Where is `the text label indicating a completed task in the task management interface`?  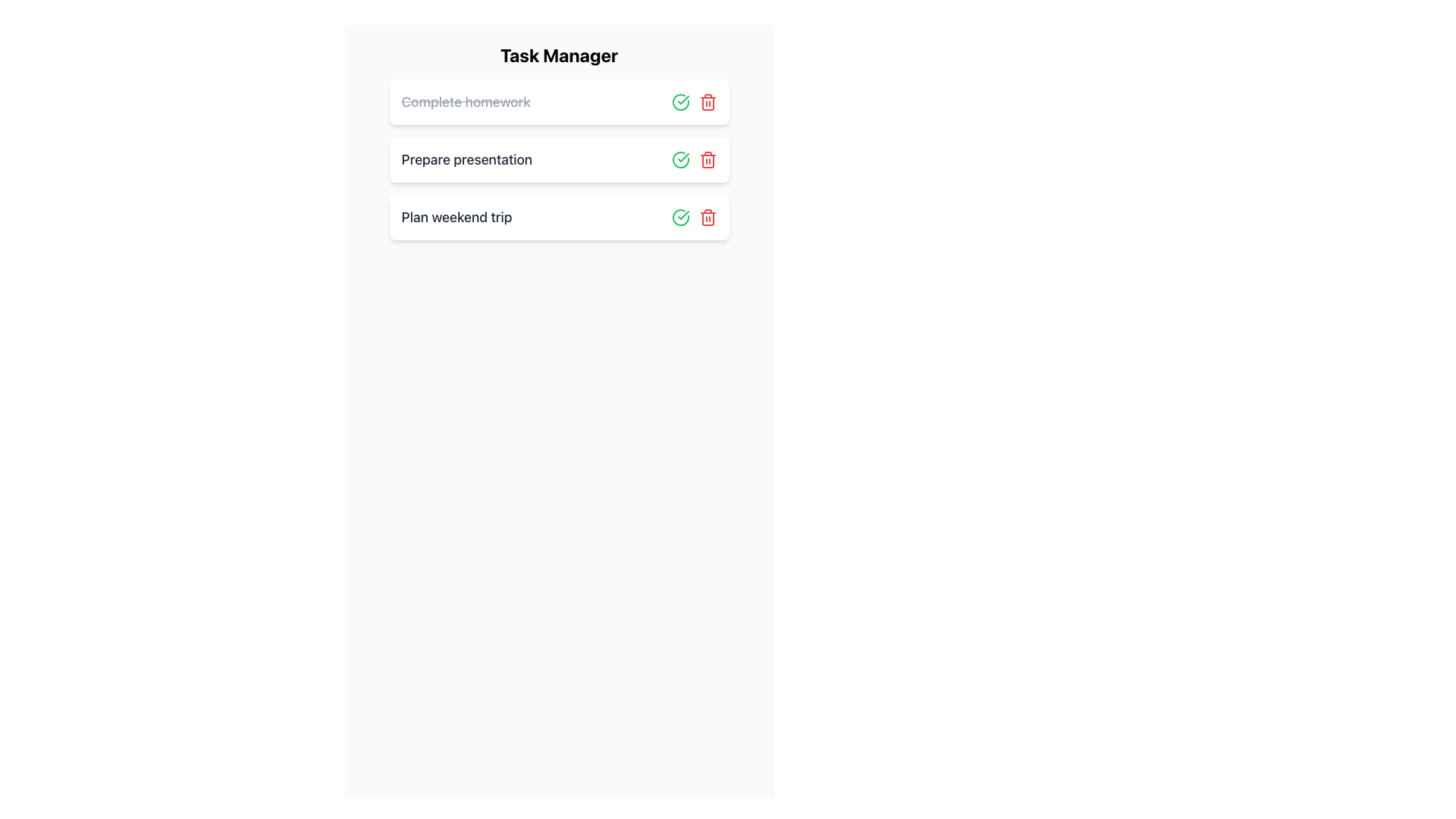 the text label indicating a completed task in the task management interface is located at coordinates (465, 102).